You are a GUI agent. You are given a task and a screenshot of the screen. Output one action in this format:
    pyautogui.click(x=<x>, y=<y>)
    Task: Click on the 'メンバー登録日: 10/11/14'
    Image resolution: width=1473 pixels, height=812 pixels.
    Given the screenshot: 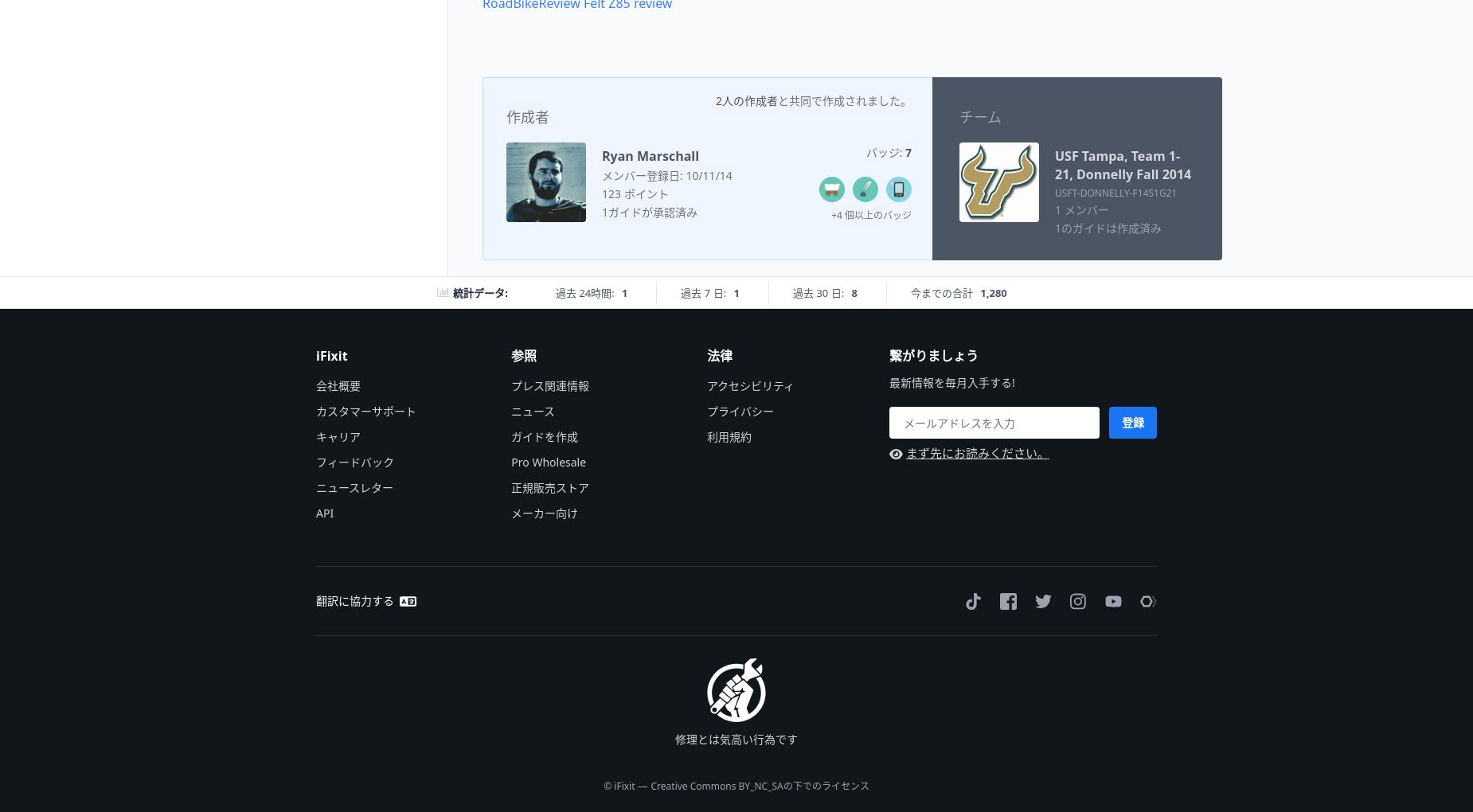 What is the action you would take?
    pyautogui.click(x=666, y=174)
    